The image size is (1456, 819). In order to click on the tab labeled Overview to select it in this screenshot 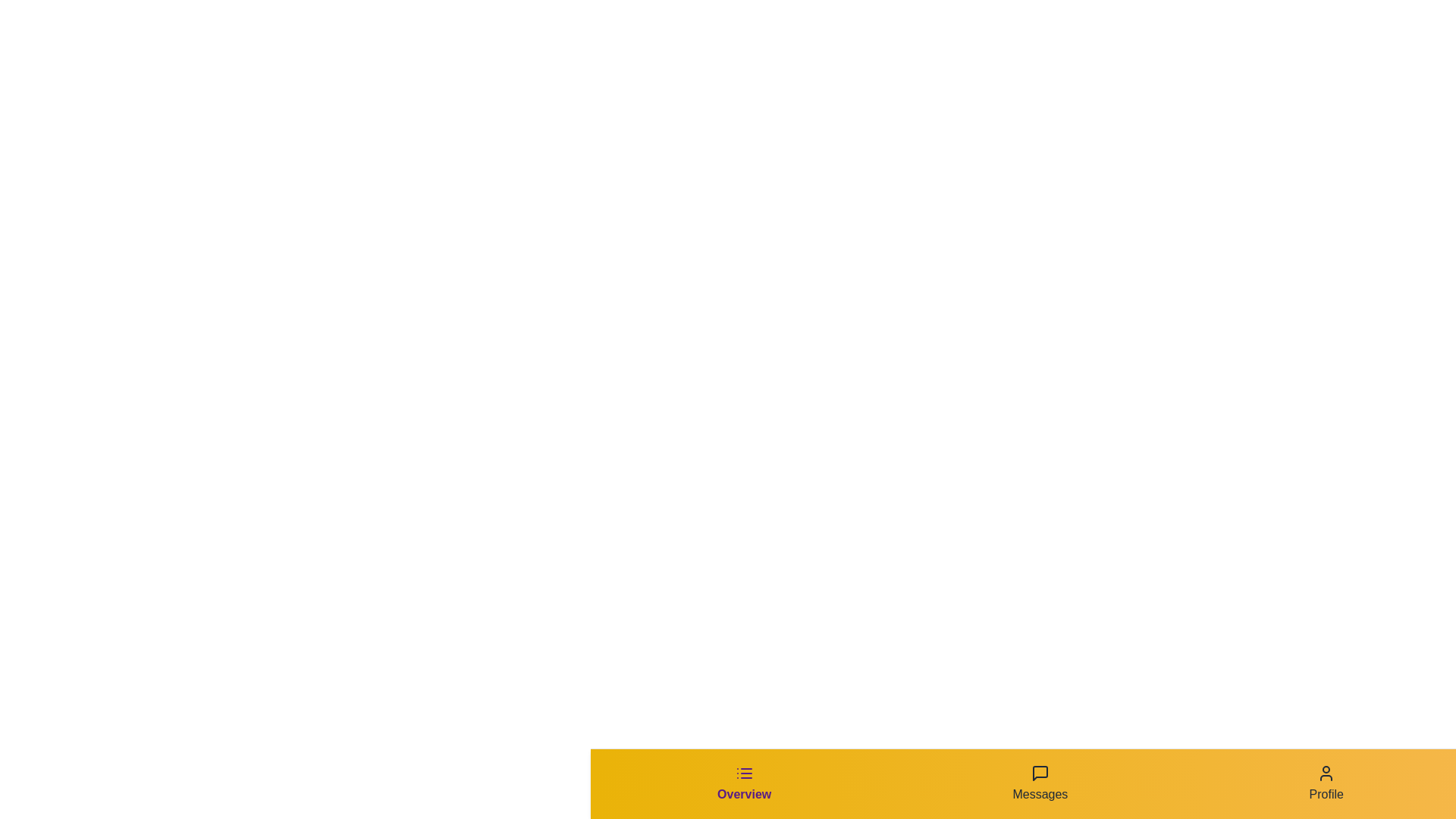, I will do `click(744, 783)`.